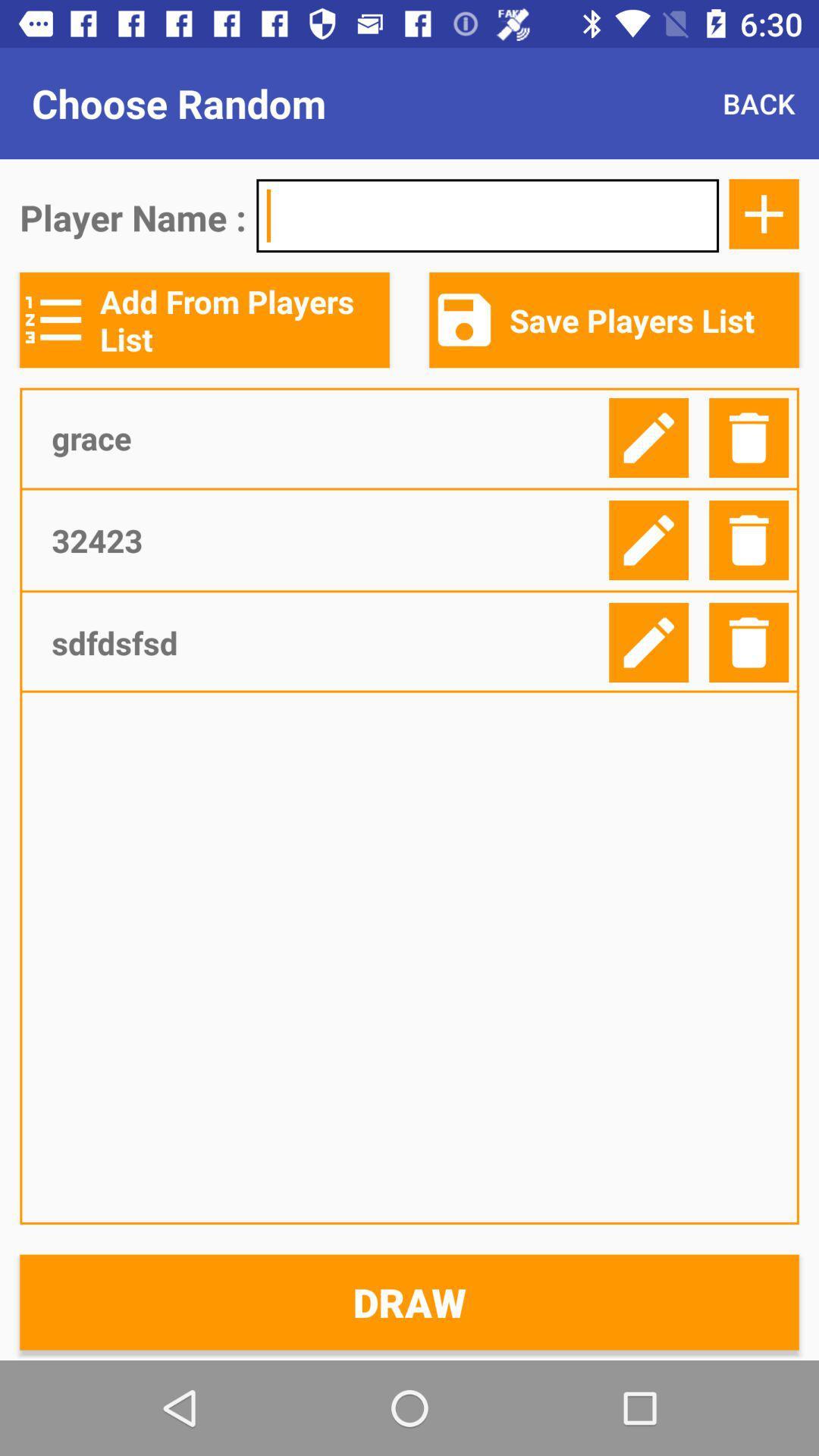 This screenshot has height=1456, width=819. Describe the element at coordinates (324, 642) in the screenshot. I see `item above the draw` at that location.